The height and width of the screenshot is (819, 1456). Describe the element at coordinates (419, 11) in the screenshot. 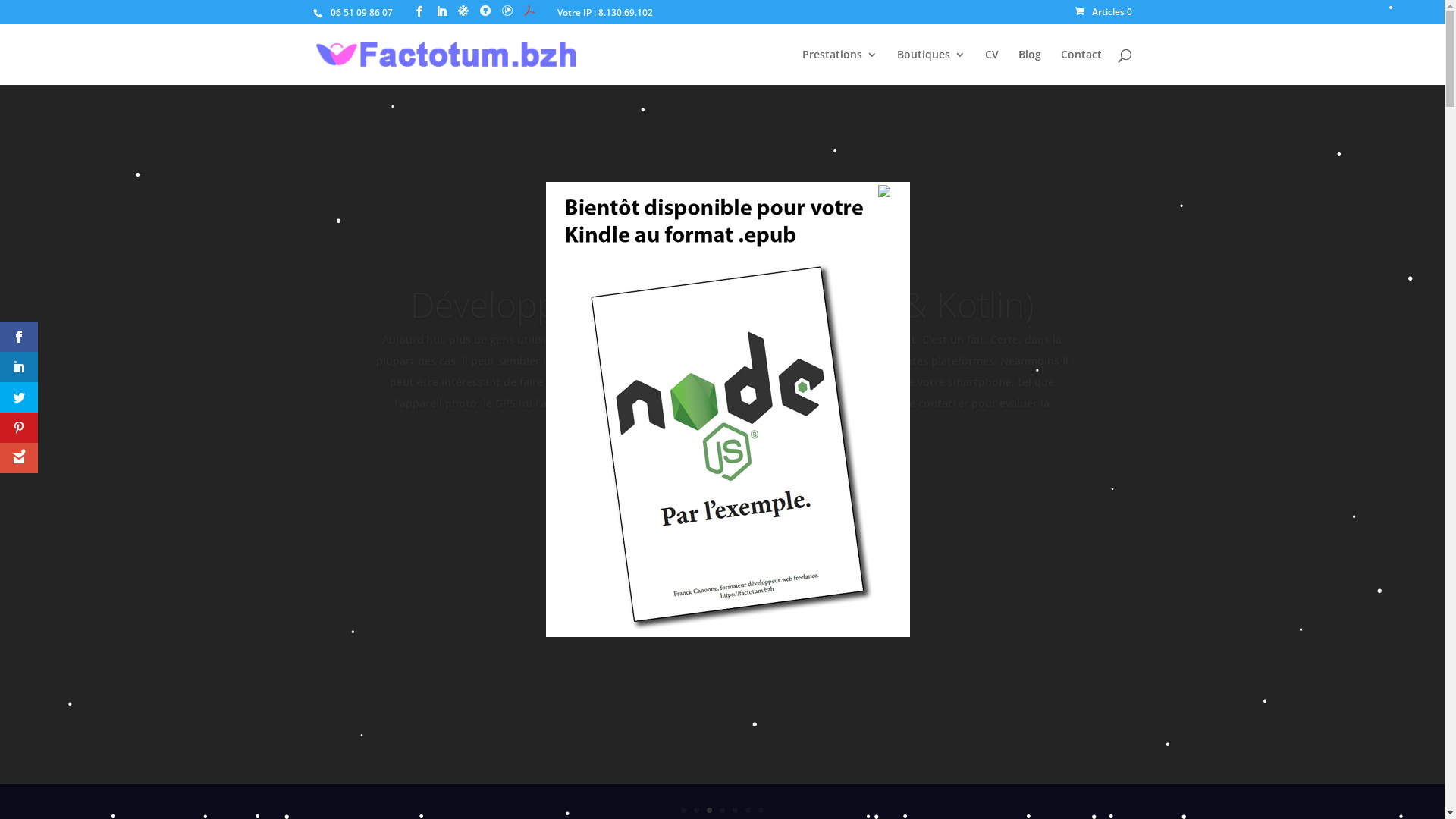

I see `'Page Facebook'` at that location.